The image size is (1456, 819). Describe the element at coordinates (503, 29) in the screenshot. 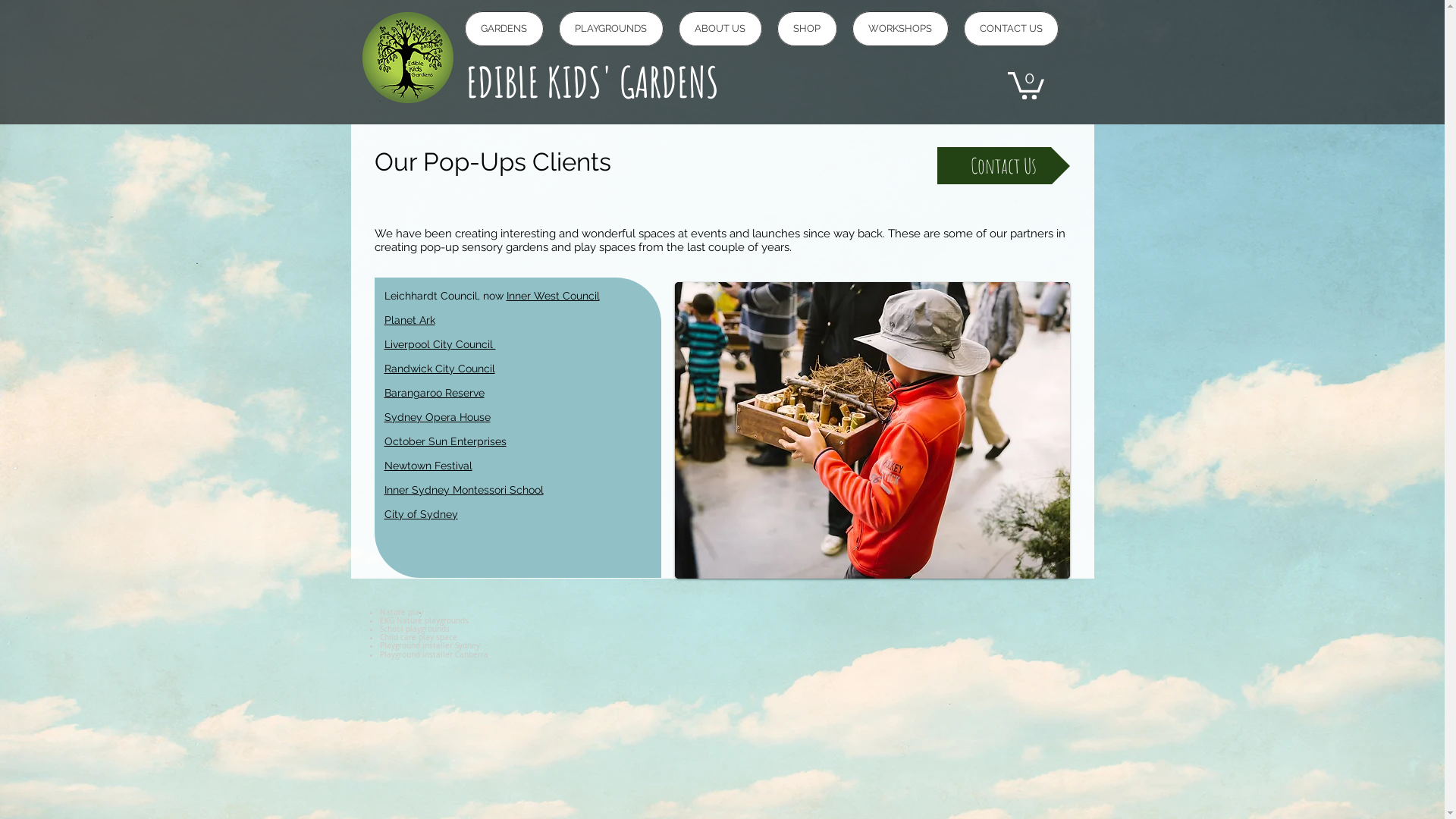

I see `'GARDENS'` at that location.